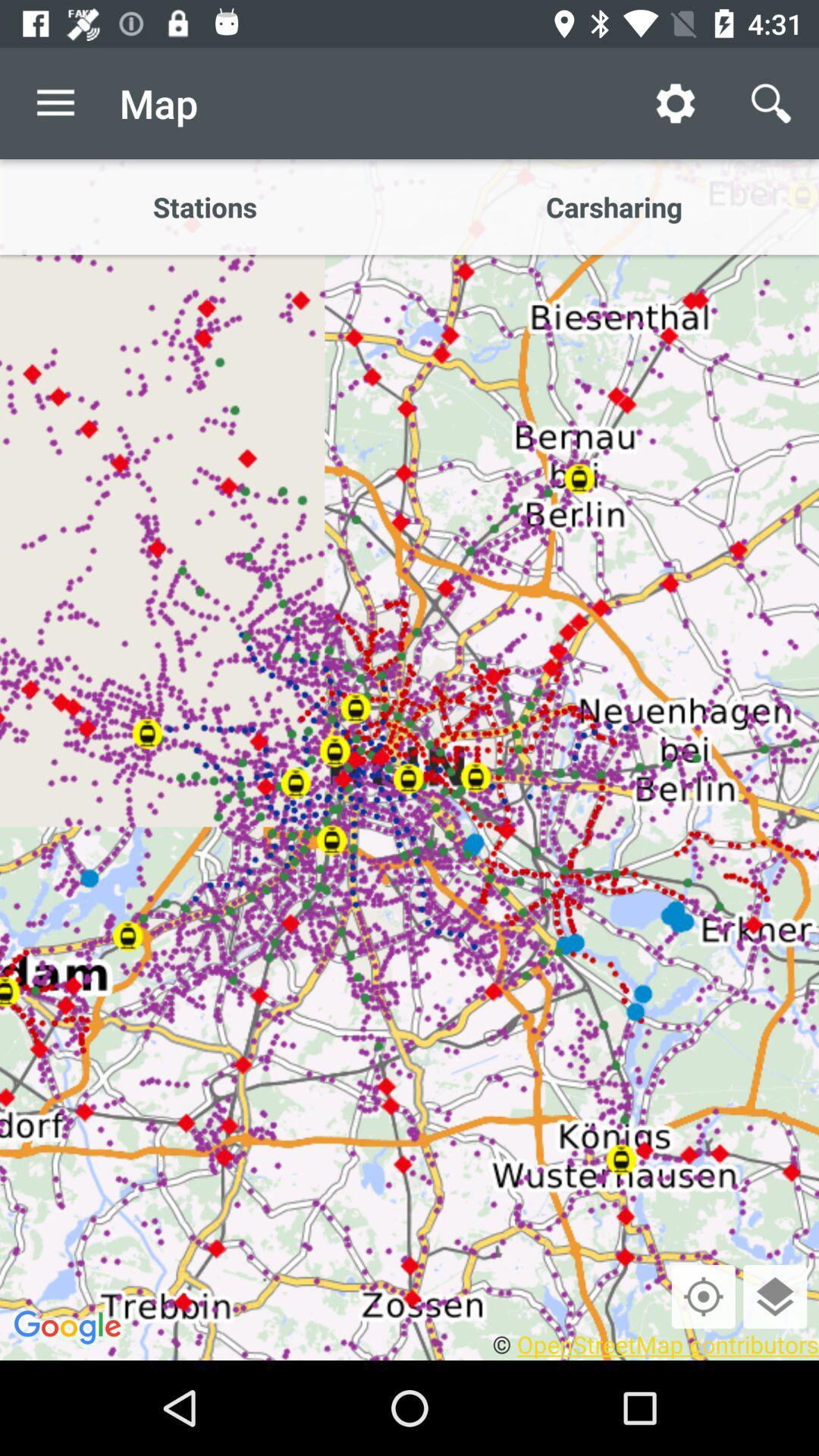  Describe the element at coordinates (775, 1295) in the screenshot. I see `the layers icon` at that location.